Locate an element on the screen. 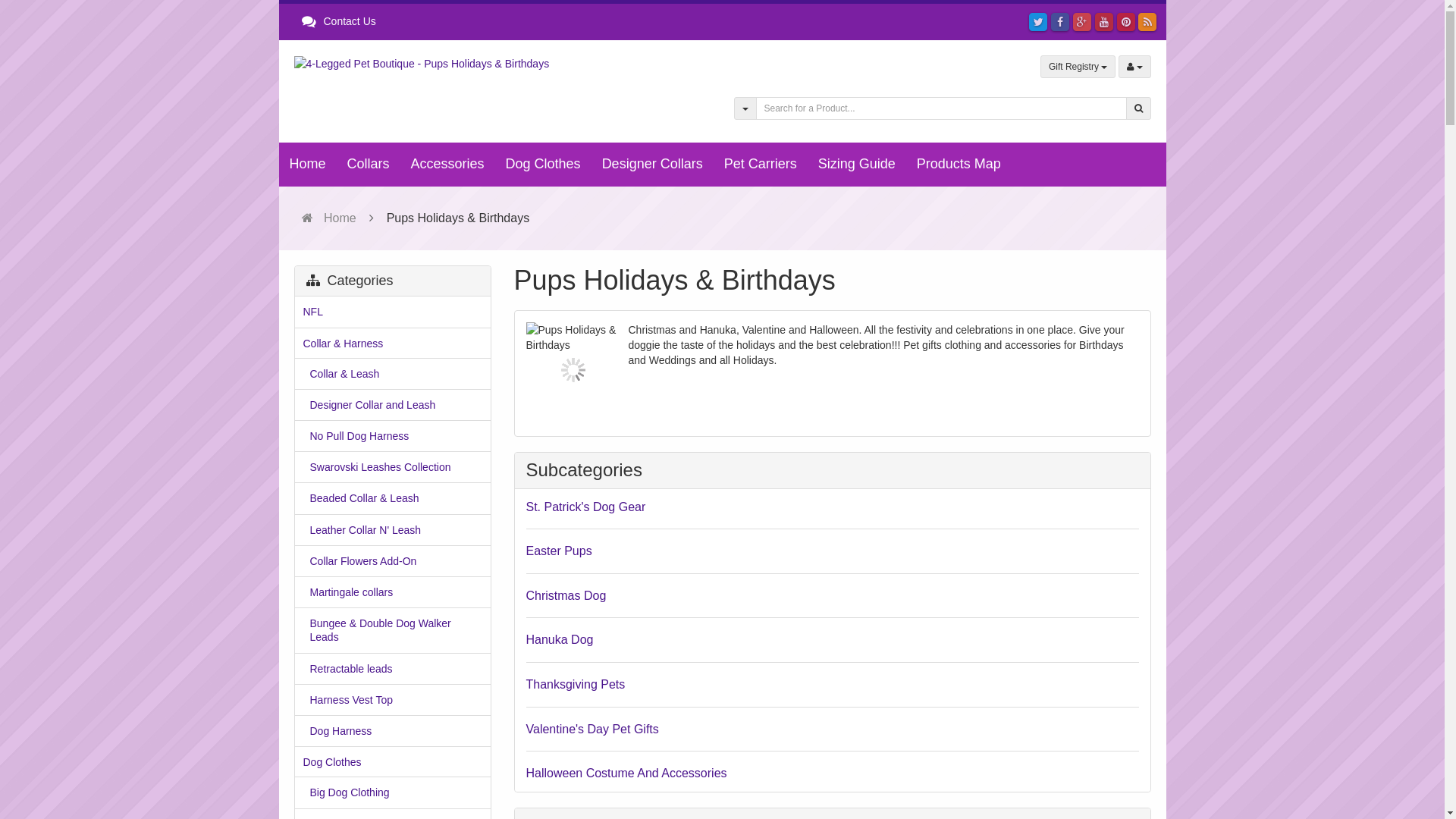  'Gift Registry' is located at coordinates (1040, 66).